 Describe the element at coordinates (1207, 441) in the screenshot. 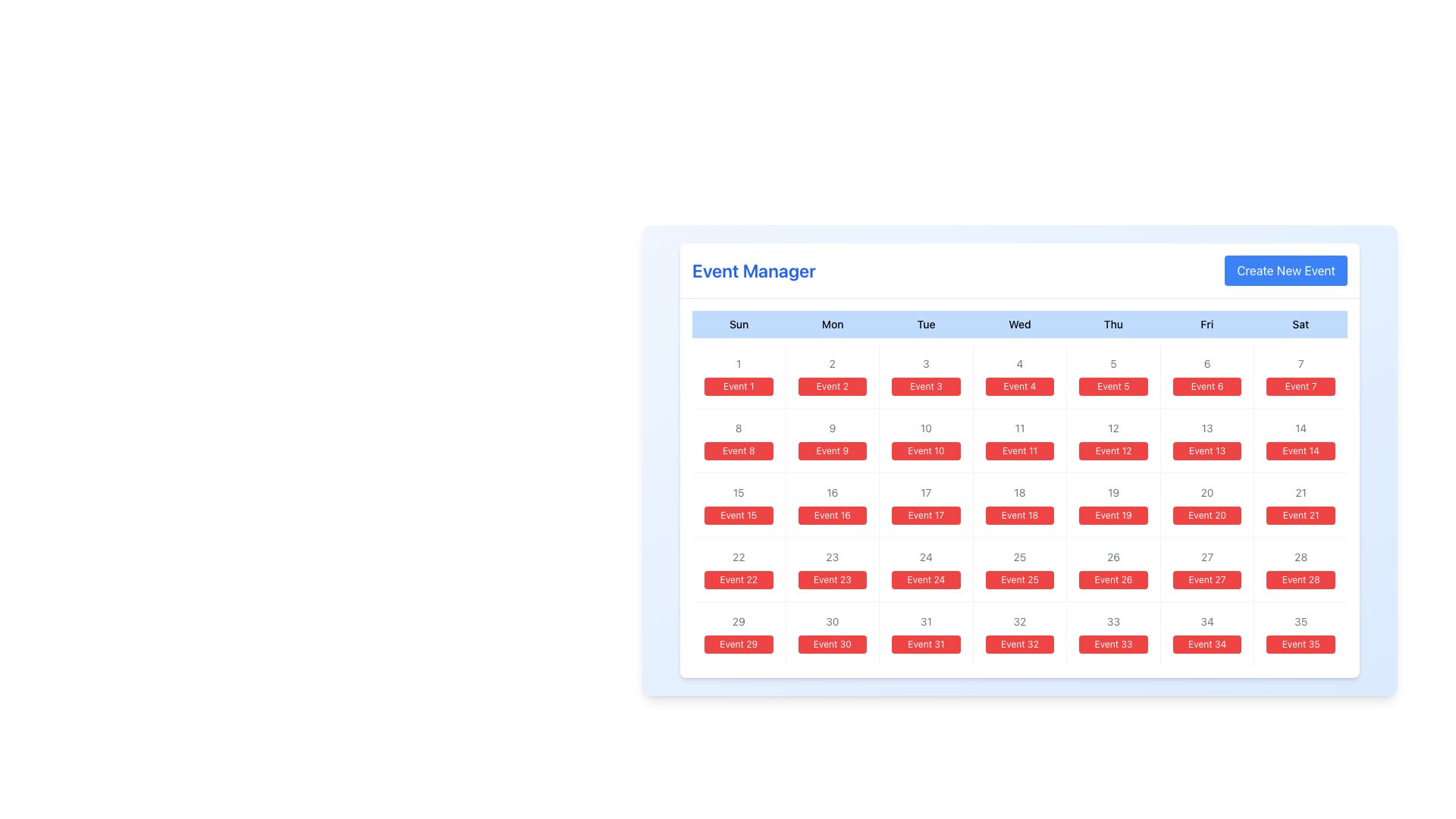

I see `the button with a red background and white text reading 'Event 13', which is the 35th element` at that location.